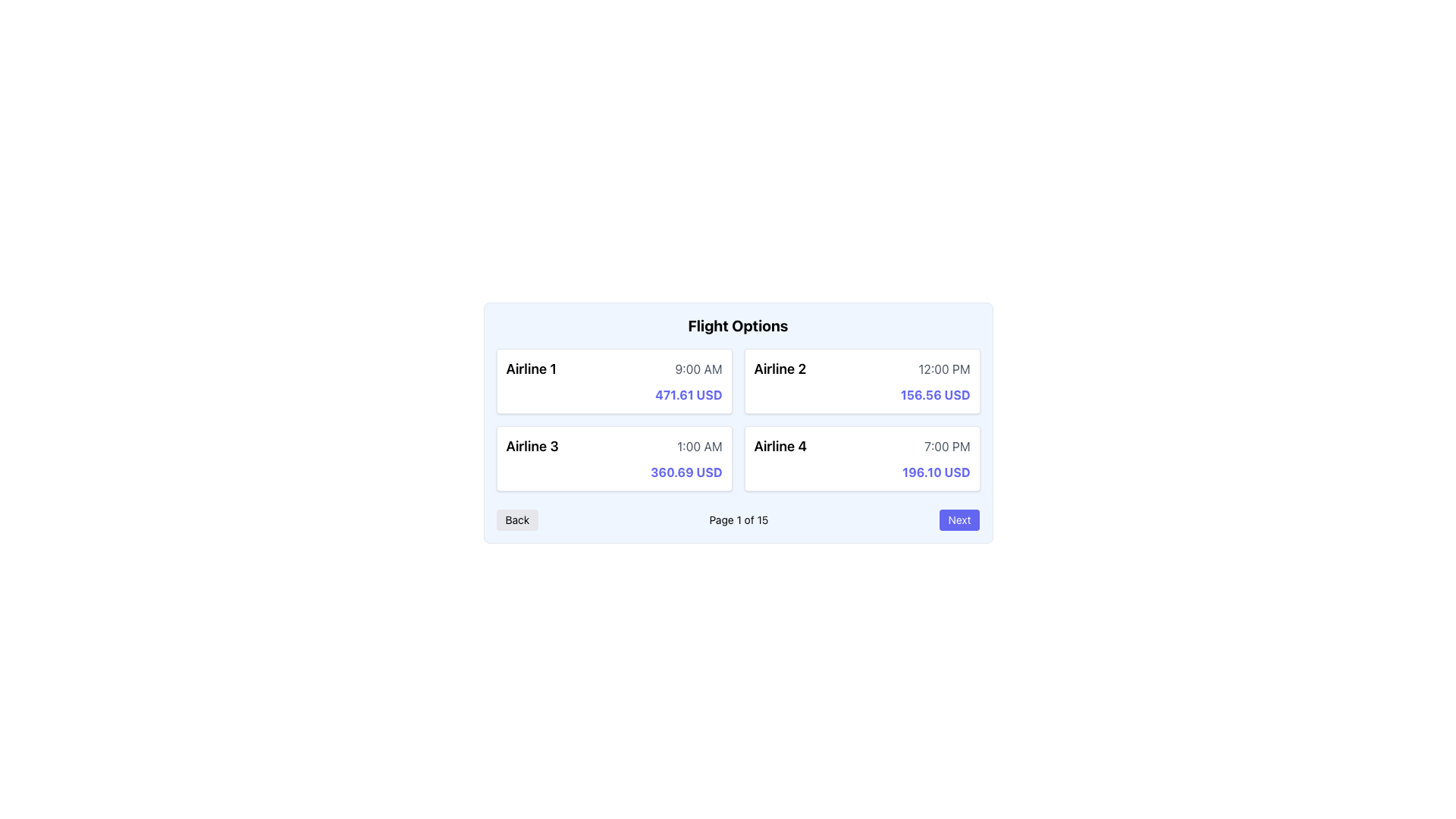 This screenshot has width=1456, height=819. Describe the element at coordinates (780, 369) in the screenshot. I see `the static text label displaying 'Airline 2' located in the upper-right quadrant of the flight options layout` at that location.